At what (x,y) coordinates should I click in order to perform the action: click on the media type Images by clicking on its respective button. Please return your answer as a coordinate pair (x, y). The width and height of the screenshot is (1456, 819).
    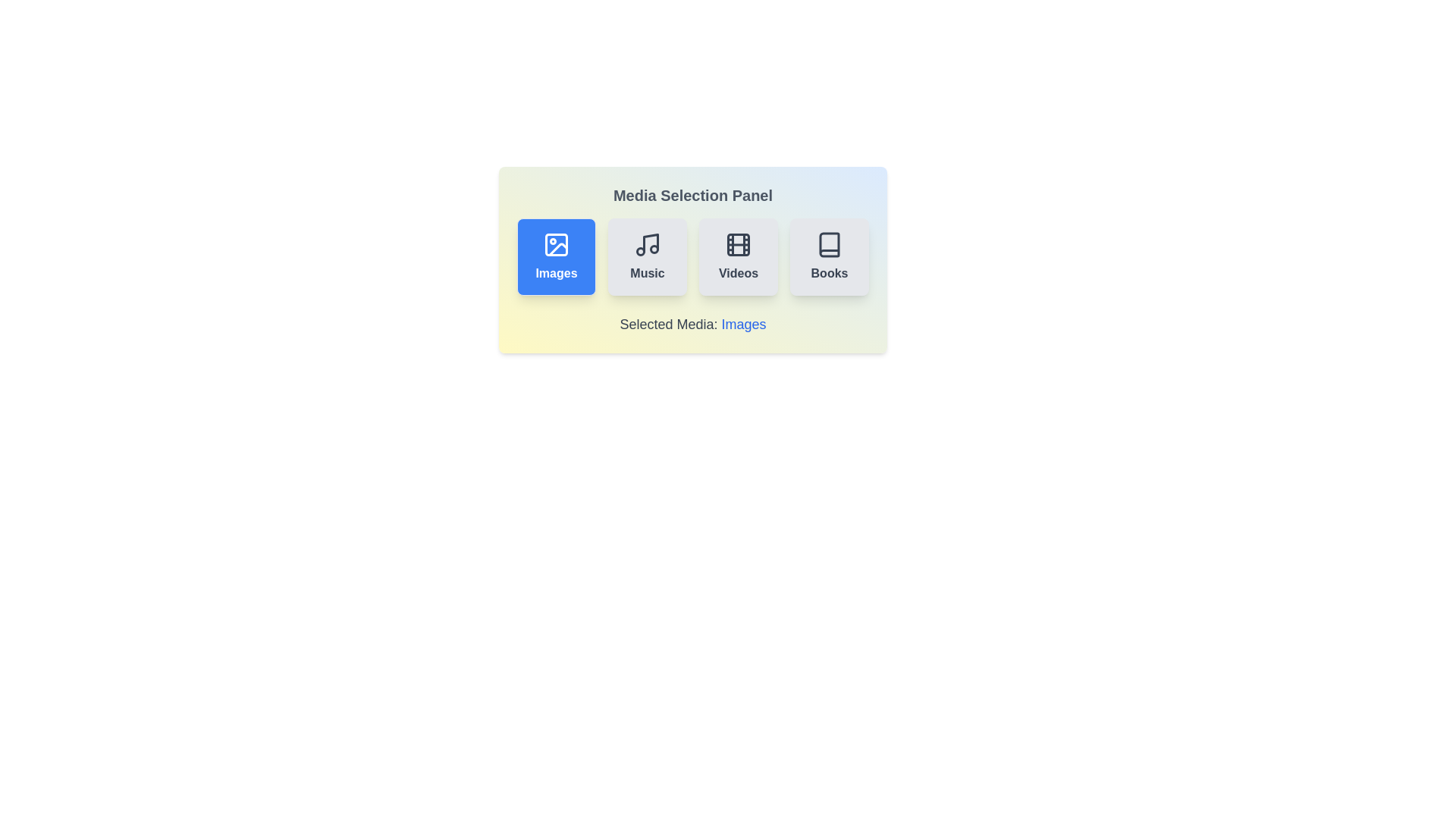
    Looking at the image, I should click on (556, 256).